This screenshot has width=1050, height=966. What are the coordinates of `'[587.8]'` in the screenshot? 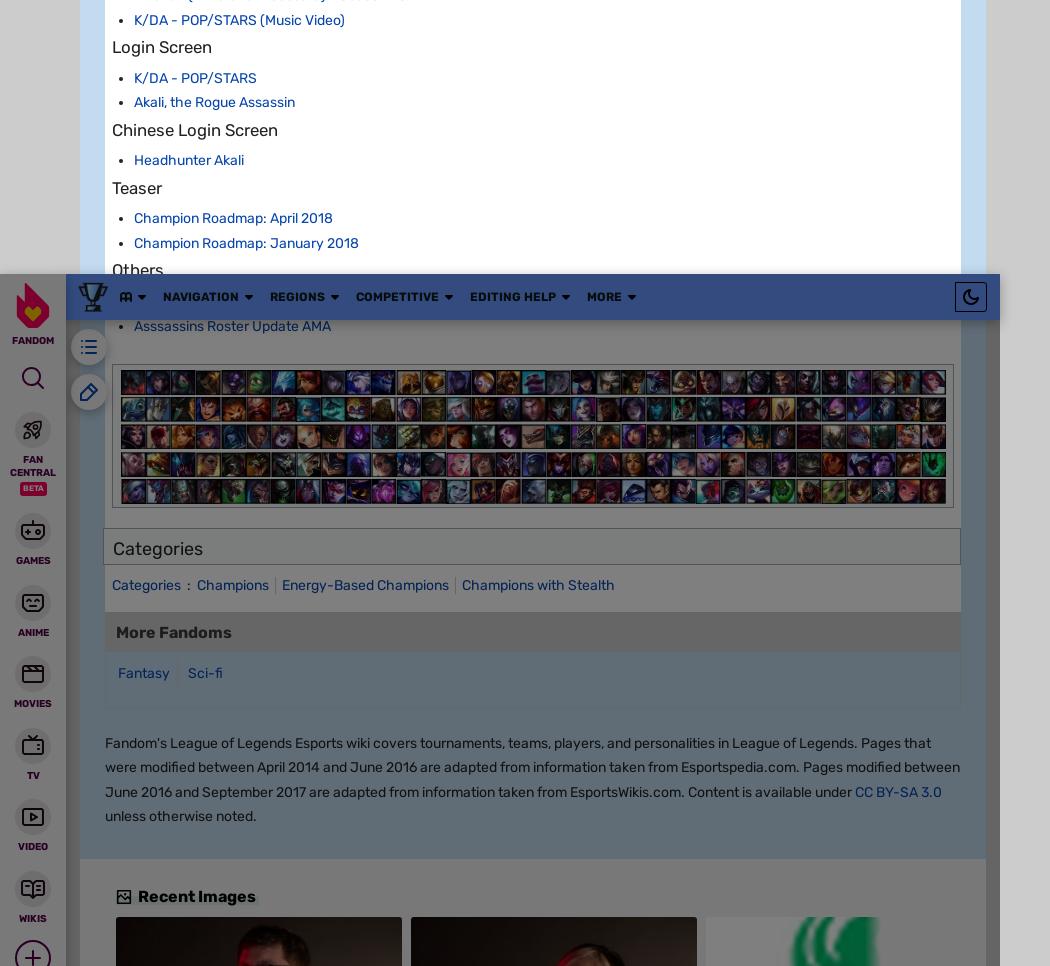 It's located at (268, 716).